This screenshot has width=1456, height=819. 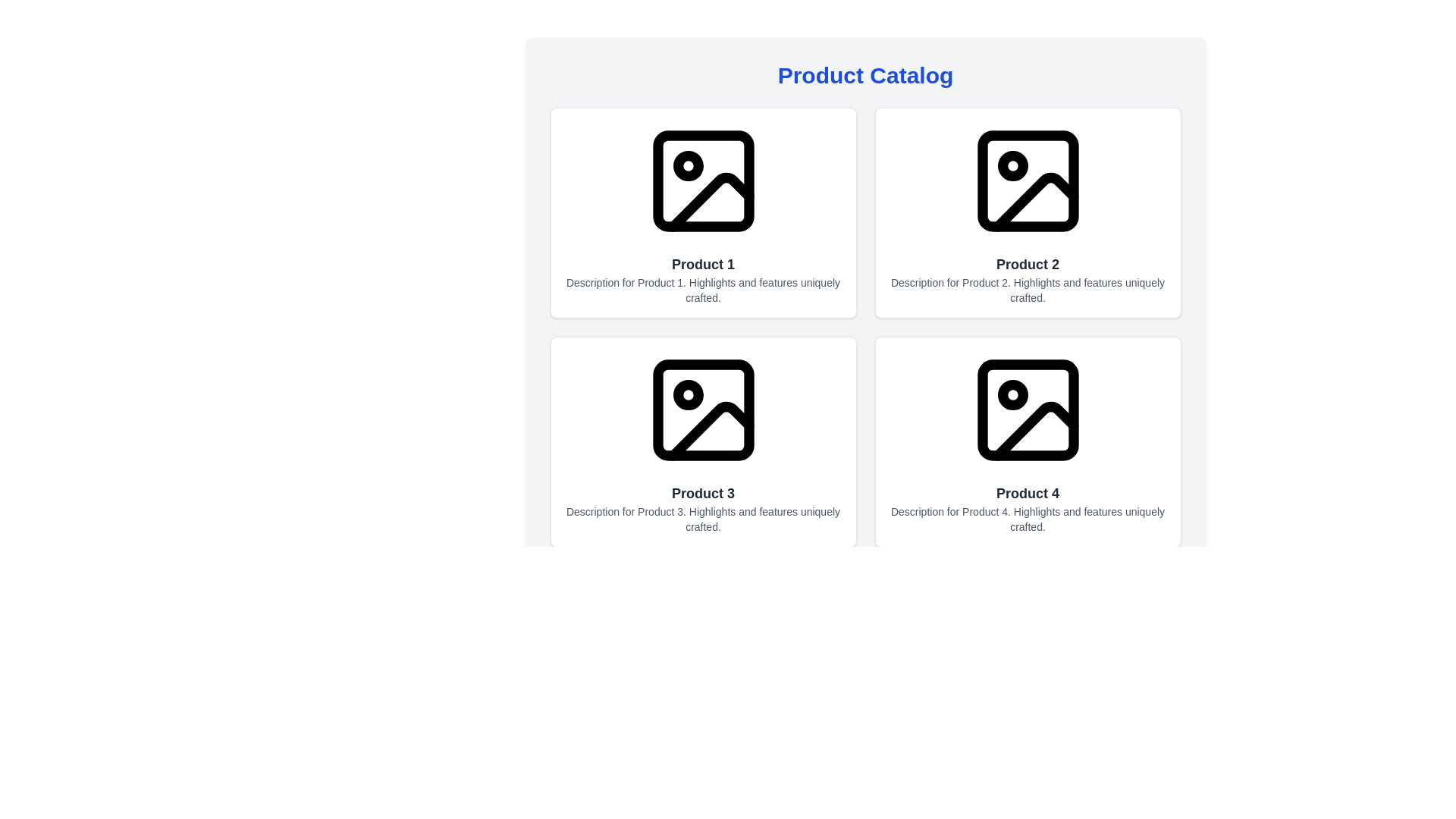 What do you see at coordinates (1034, 201) in the screenshot?
I see `the graphical icon that serves as a decorative mark for the second image placeholder in the grid of product representations` at bounding box center [1034, 201].